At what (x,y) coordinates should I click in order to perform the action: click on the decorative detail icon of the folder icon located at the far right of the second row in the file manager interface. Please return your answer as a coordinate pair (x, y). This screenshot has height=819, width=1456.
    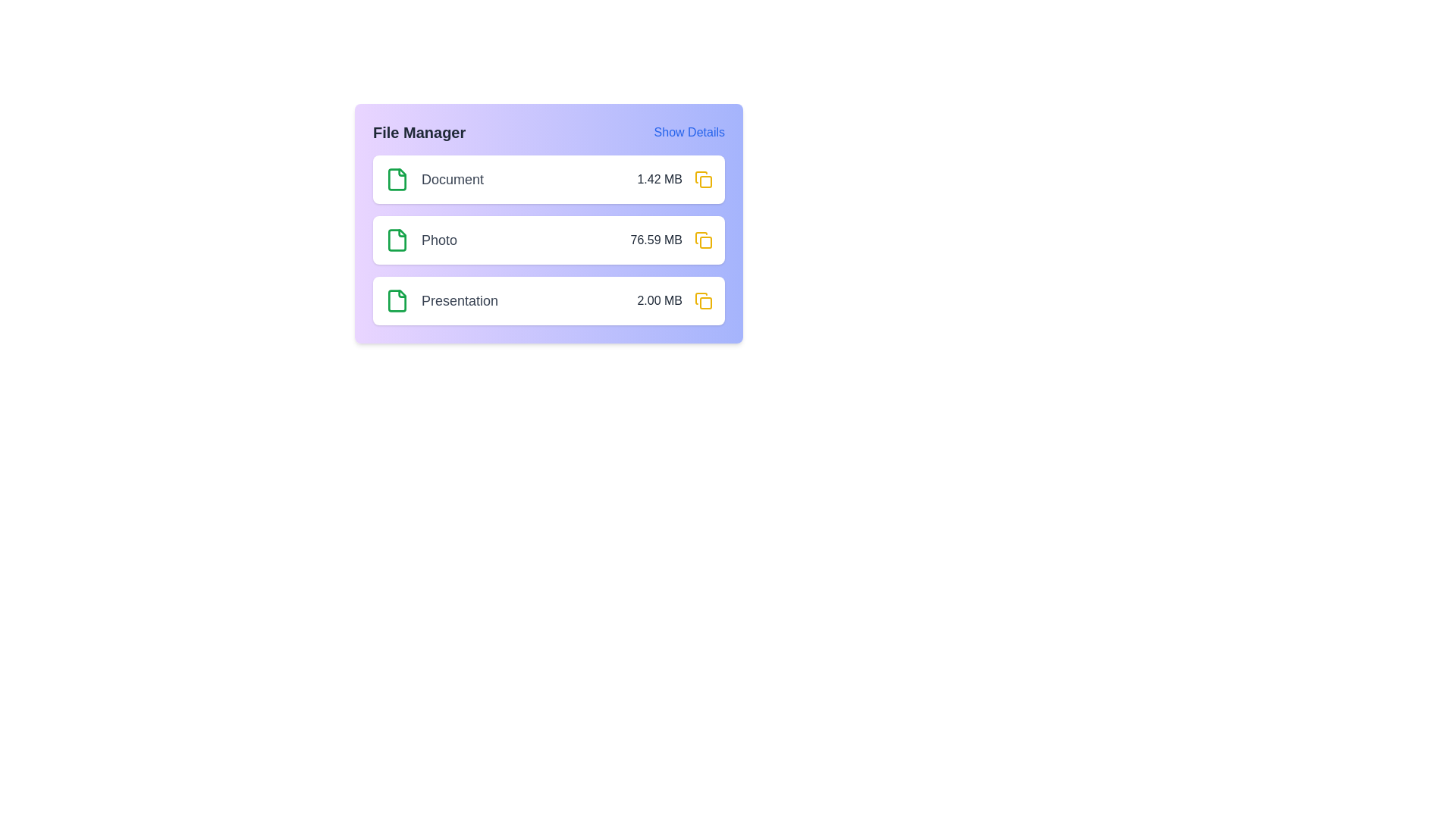
    Looking at the image, I should click on (705, 242).